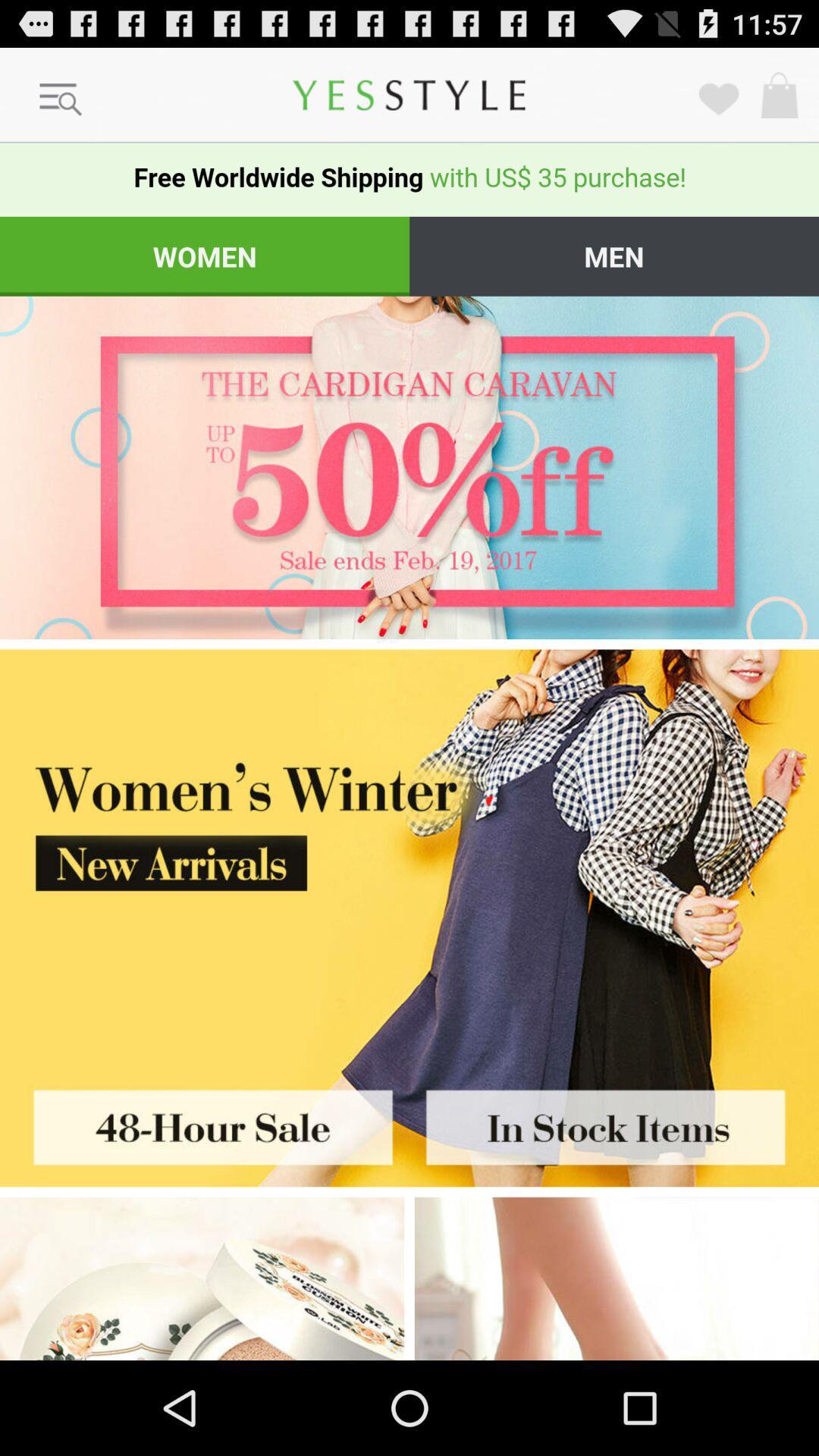  What do you see at coordinates (409, 466) in the screenshot?
I see `percentage page` at bounding box center [409, 466].